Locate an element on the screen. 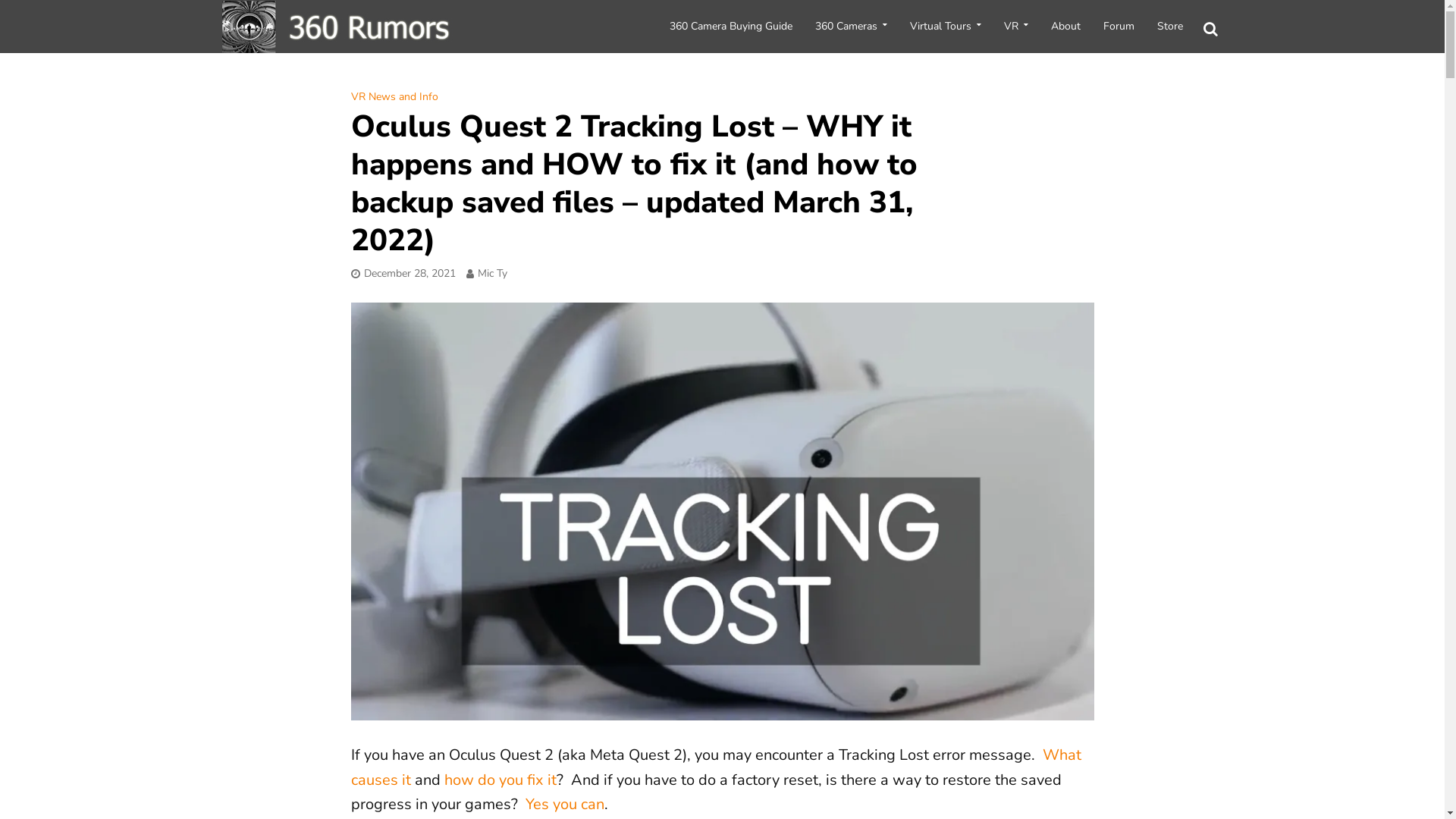 This screenshot has width=1456, height=819. 'Yes you can' is located at coordinates (524, 805).